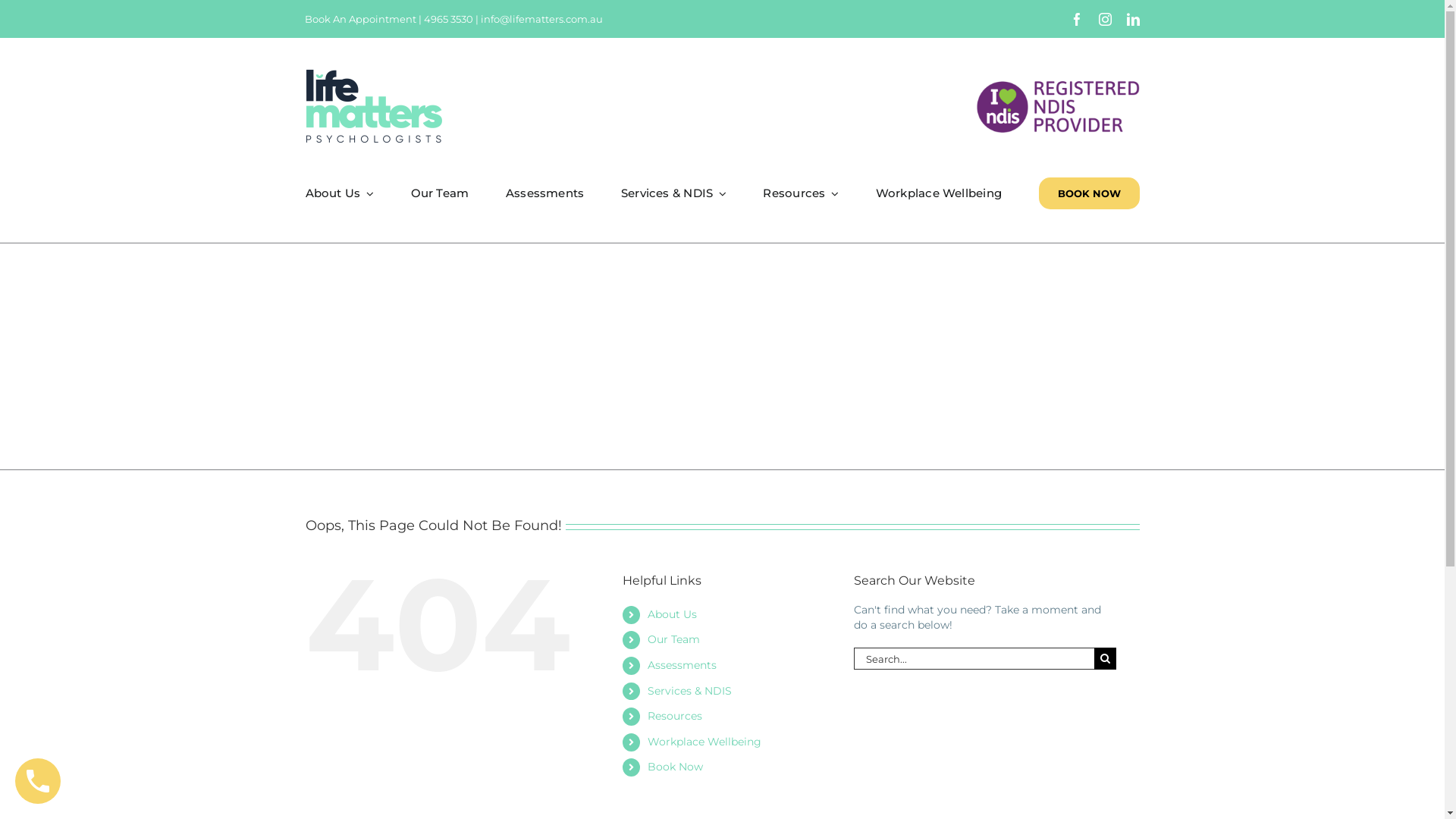  Describe the element at coordinates (674, 766) in the screenshot. I see `'Book Now'` at that location.